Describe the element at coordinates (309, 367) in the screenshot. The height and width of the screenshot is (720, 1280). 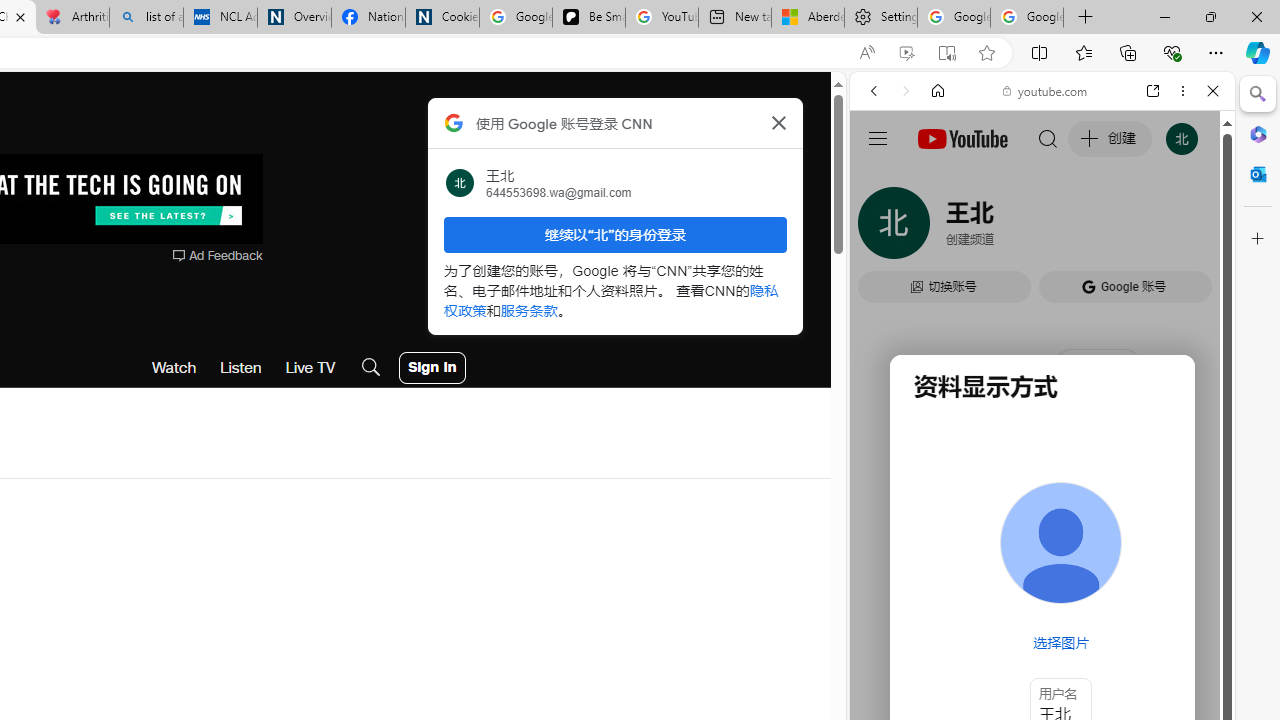
I see `'Live TV'` at that location.